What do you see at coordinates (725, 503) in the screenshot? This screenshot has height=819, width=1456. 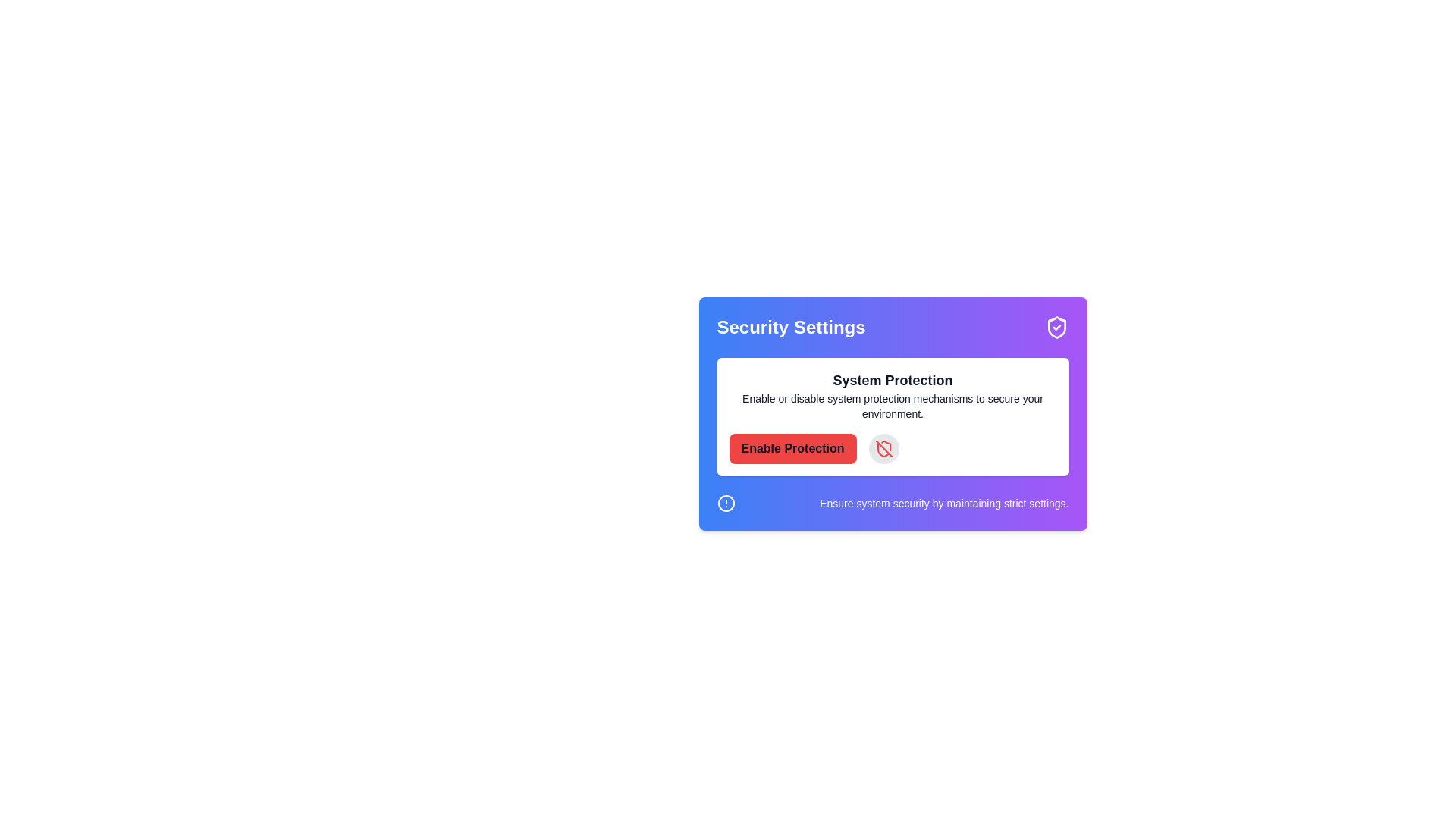 I see `the circular icon located at the lower-left corner of the 'Security Settings' panel for interaction` at bounding box center [725, 503].